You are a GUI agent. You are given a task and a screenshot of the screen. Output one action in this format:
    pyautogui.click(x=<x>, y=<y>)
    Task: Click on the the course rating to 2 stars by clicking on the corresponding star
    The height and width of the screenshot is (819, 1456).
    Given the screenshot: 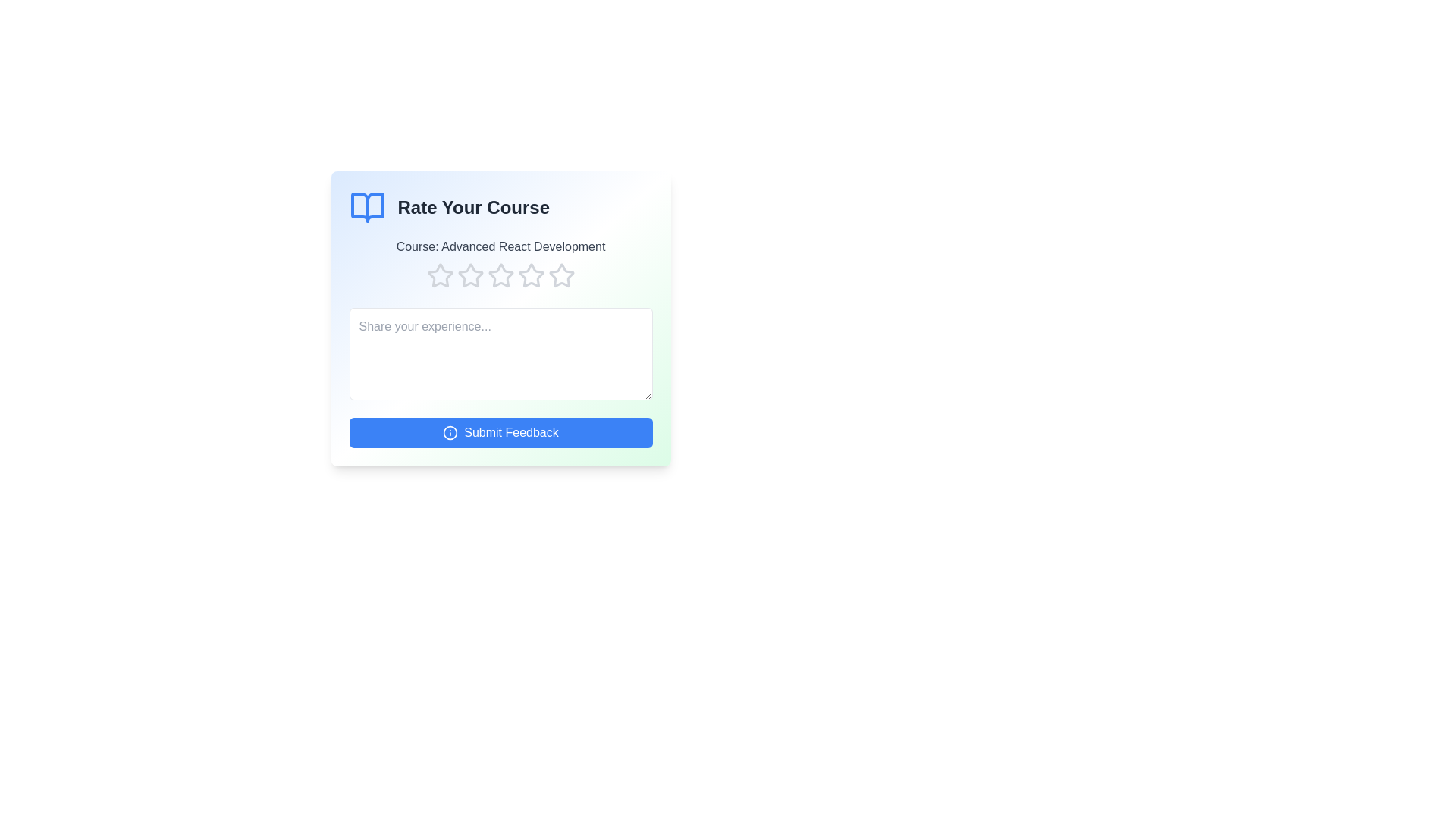 What is the action you would take?
    pyautogui.click(x=469, y=275)
    